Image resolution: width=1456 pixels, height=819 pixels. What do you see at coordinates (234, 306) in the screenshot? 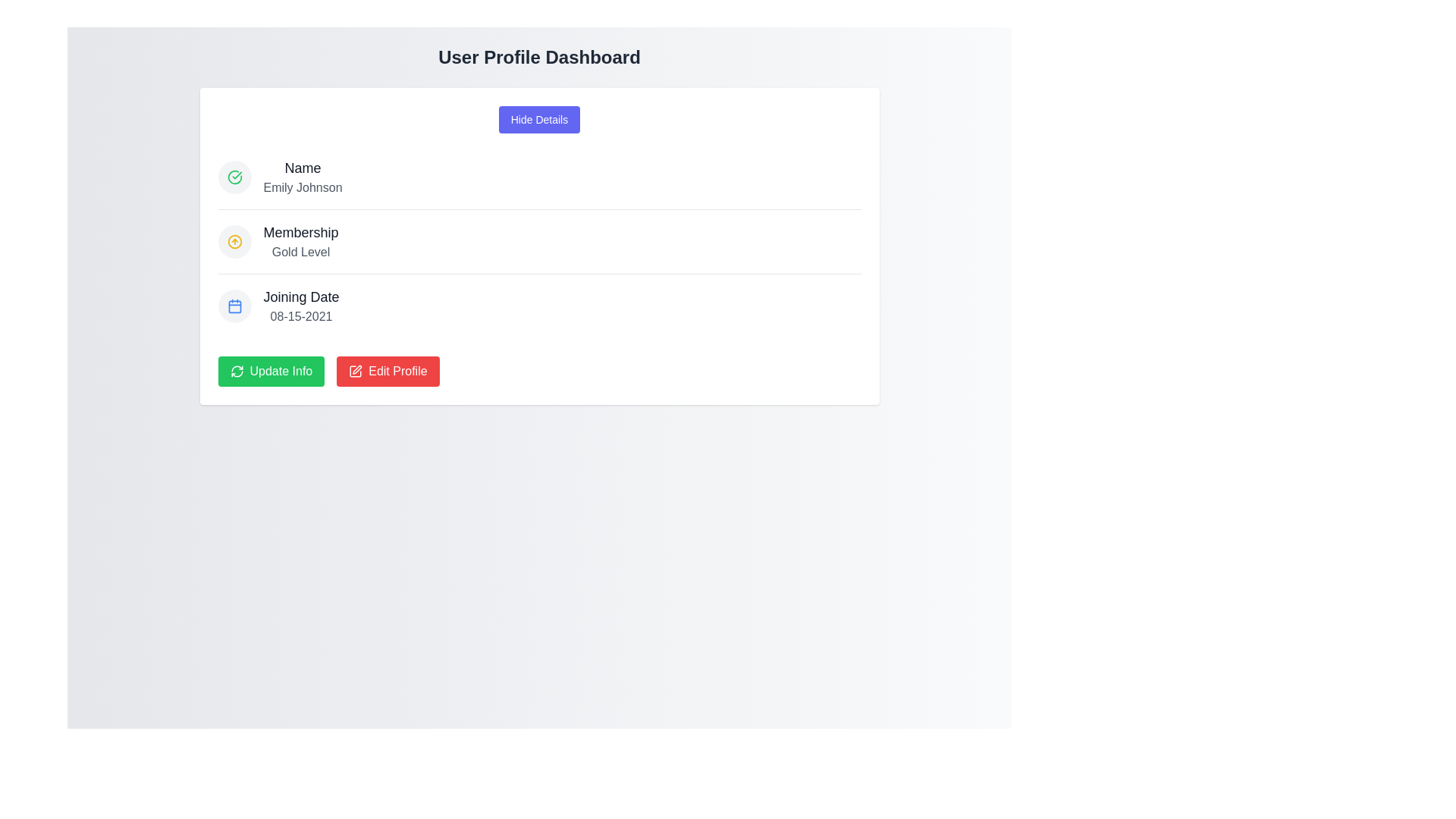
I see `the third icon in the vertical sequence on the user profile dashboard that represents the joining date information, located above the text '08-15-2021'` at bounding box center [234, 306].